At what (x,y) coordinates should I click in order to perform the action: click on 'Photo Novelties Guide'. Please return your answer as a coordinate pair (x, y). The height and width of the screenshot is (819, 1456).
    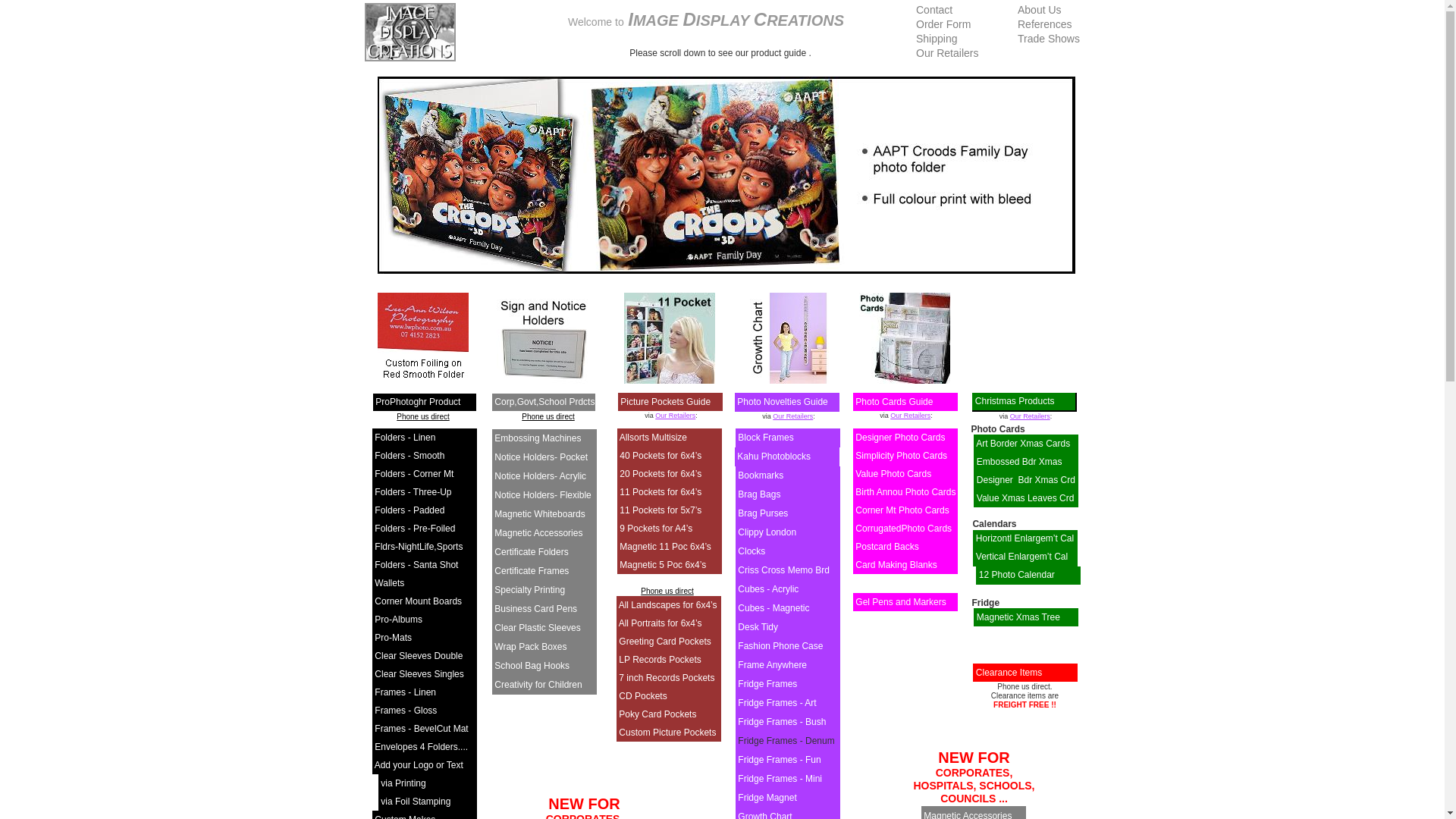
    Looking at the image, I should click on (782, 400).